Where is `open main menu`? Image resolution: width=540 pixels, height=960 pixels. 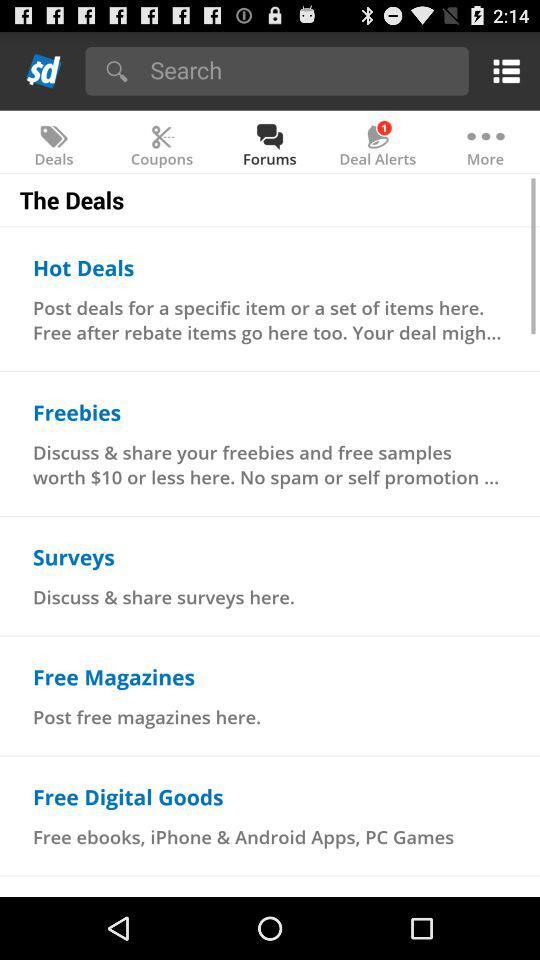
open main menu is located at coordinates (502, 70).